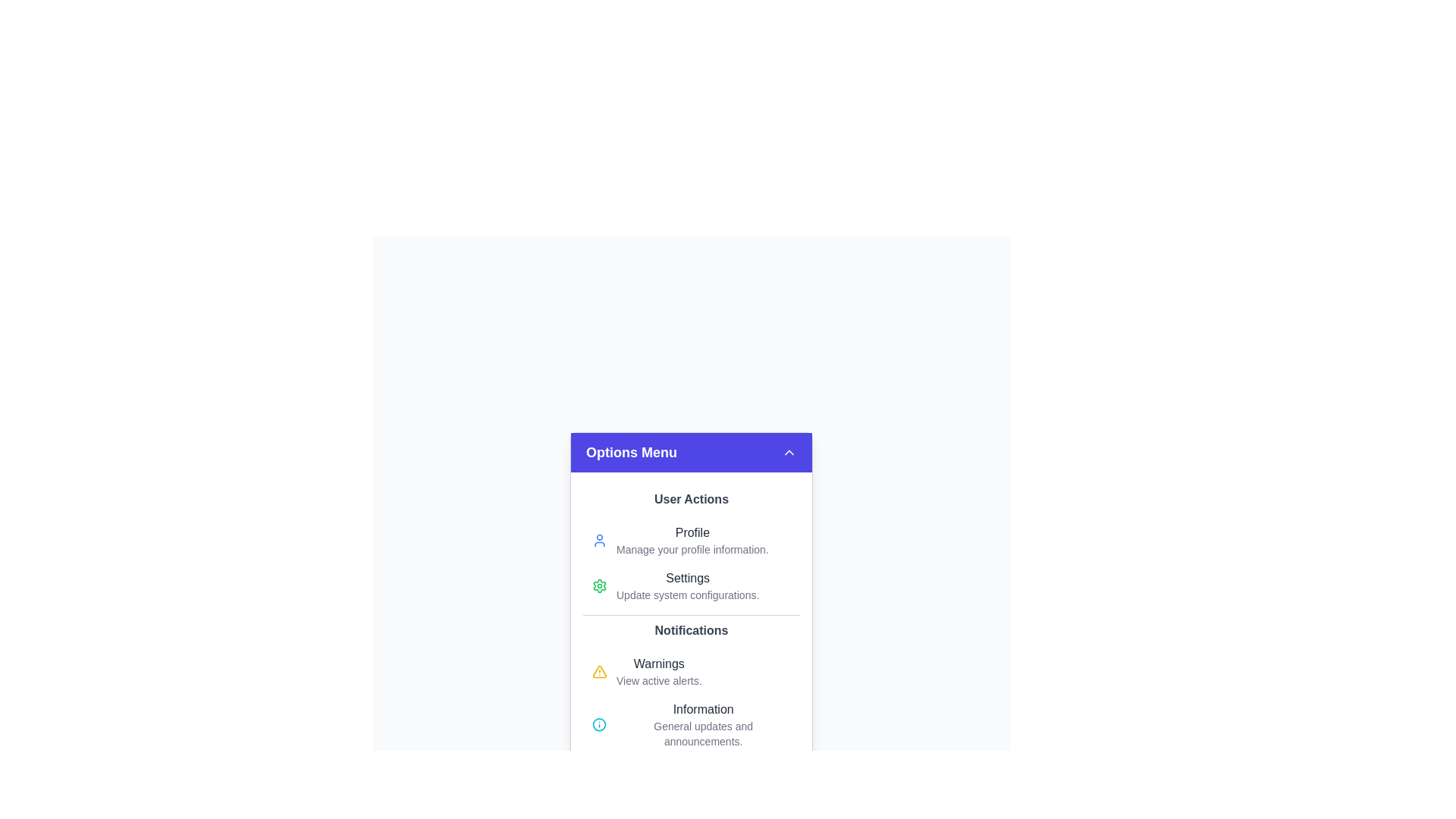 This screenshot has height=819, width=1456. What do you see at coordinates (691, 671) in the screenshot?
I see `the first clickable list item under the 'Notifications' section` at bounding box center [691, 671].